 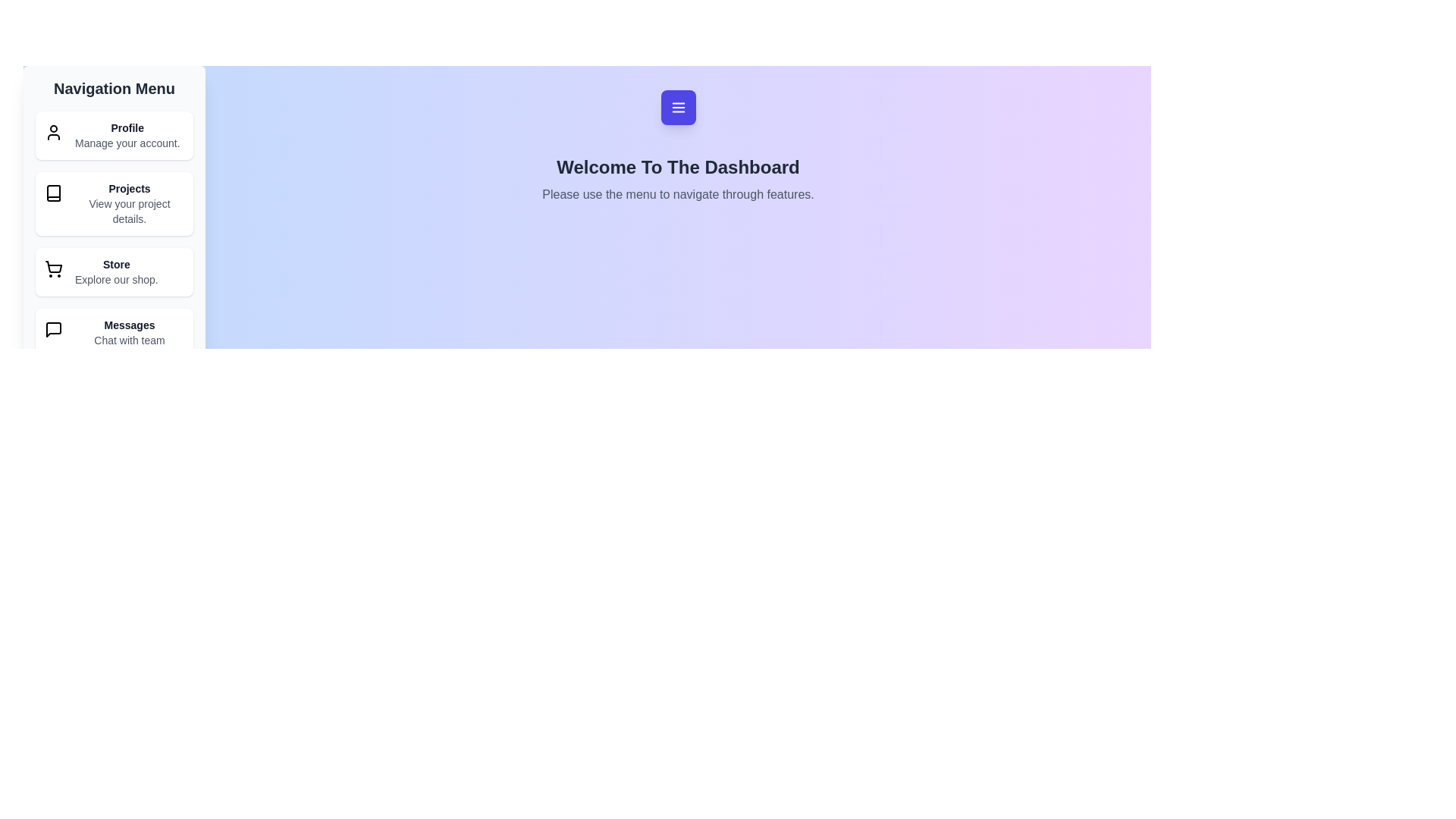 I want to click on the icon corresponding to Messages in the navigation menu, so click(x=54, y=329).